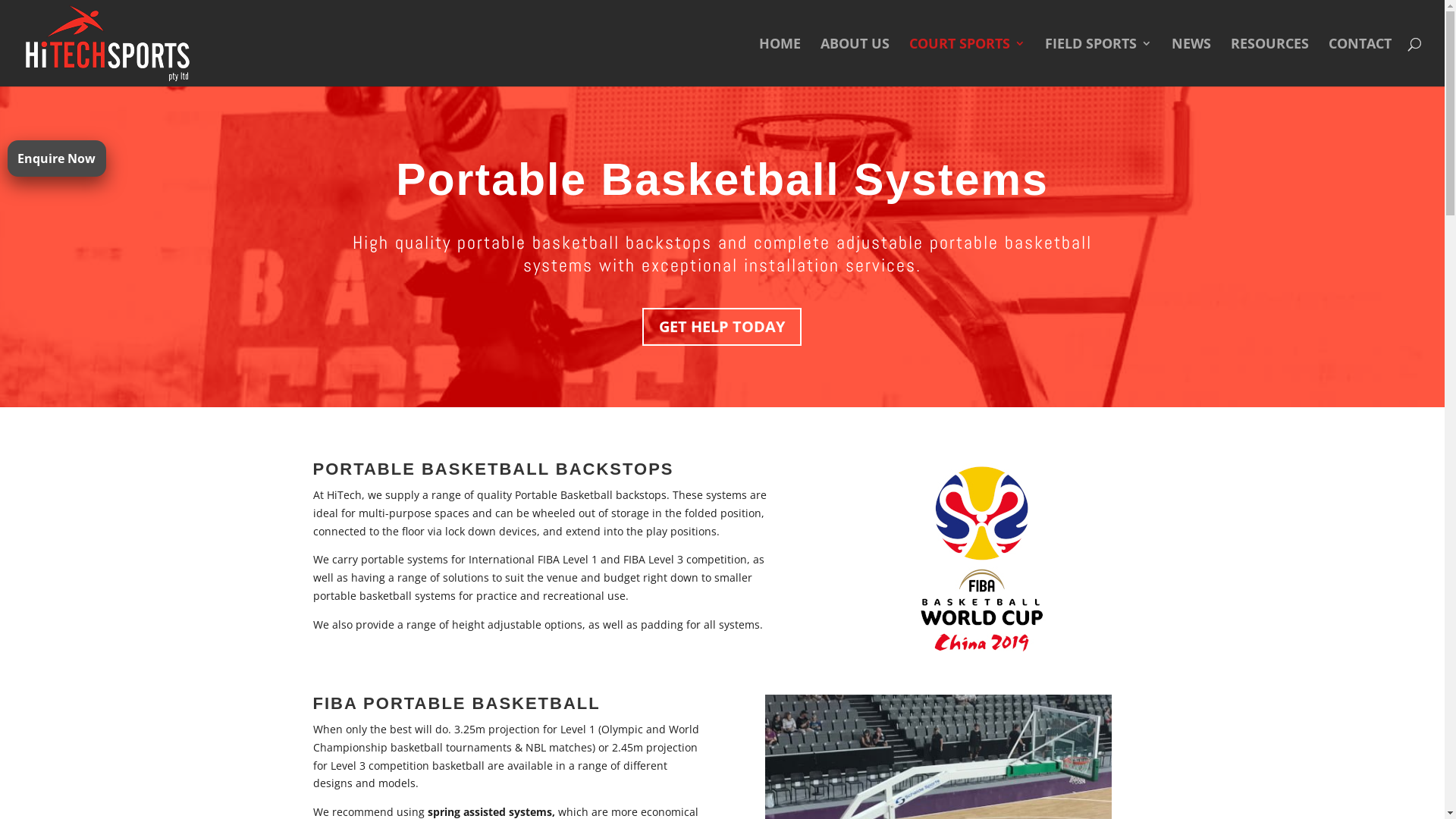 The height and width of the screenshot is (819, 1456). Describe the element at coordinates (56, 158) in the screenshot. I see `'Enquire Now'` at that location.